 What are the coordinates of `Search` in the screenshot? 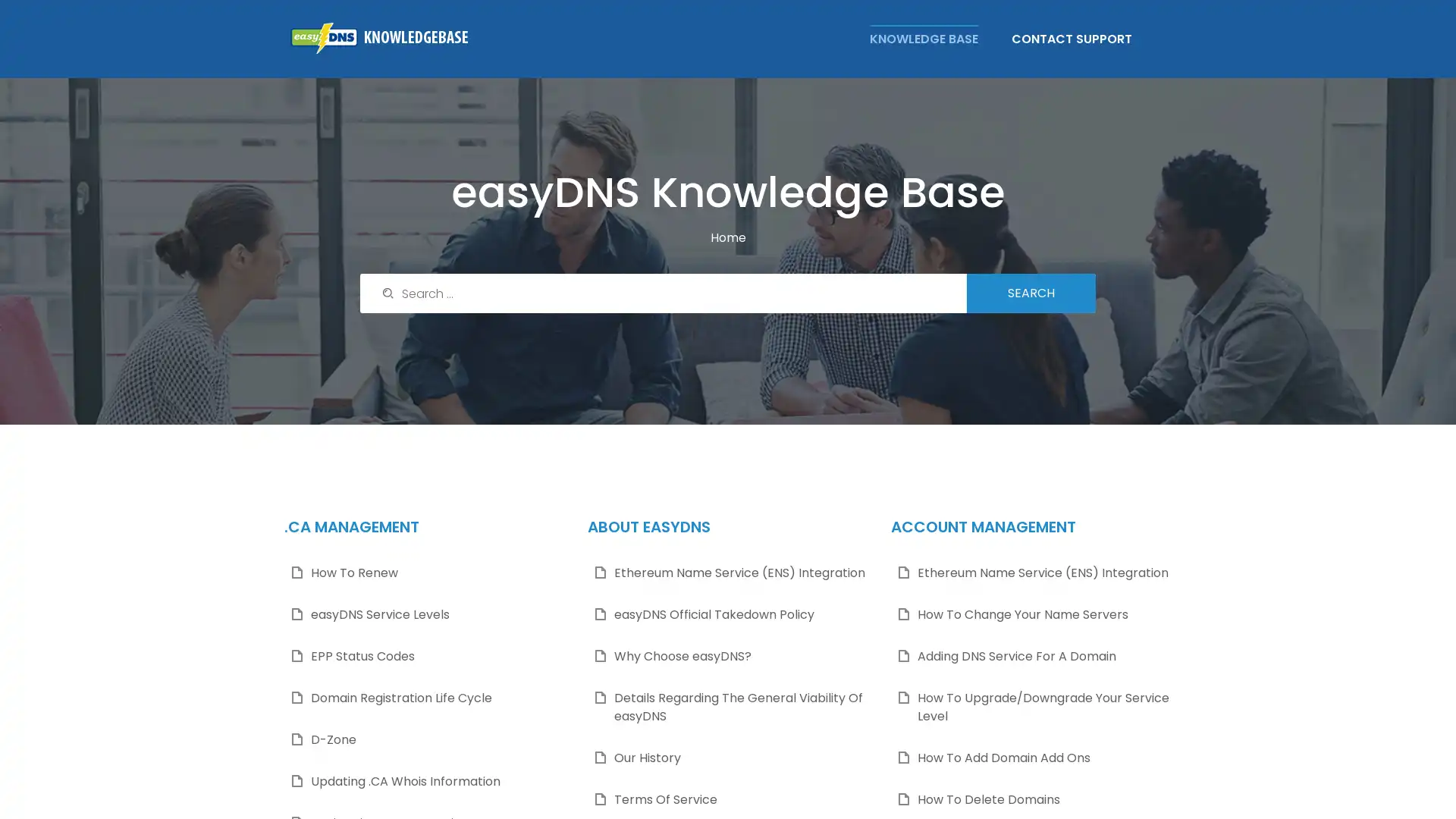 It's located at (1031, 293).